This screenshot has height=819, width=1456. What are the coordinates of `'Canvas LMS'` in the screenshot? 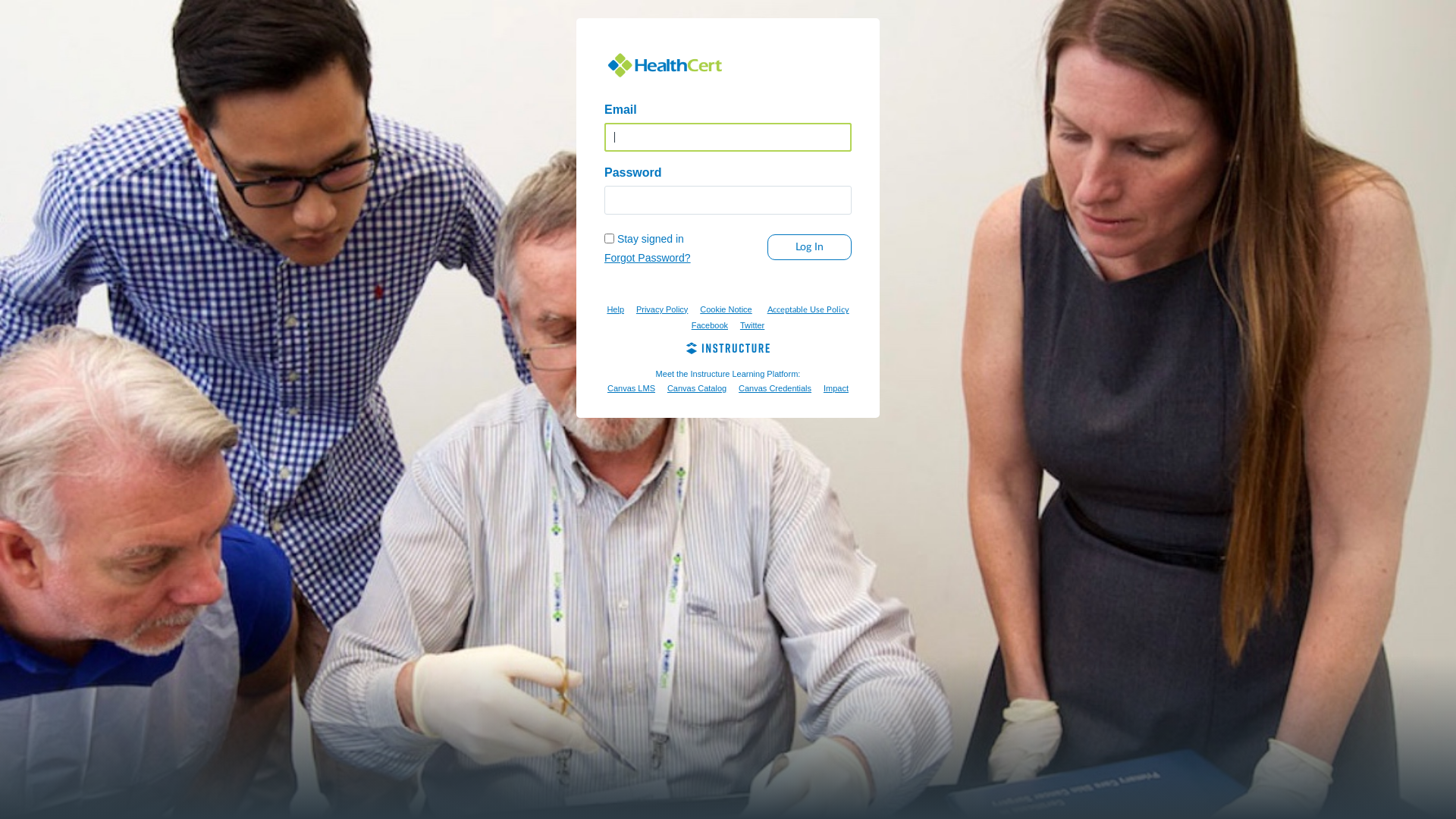 It's located at (631, 388).